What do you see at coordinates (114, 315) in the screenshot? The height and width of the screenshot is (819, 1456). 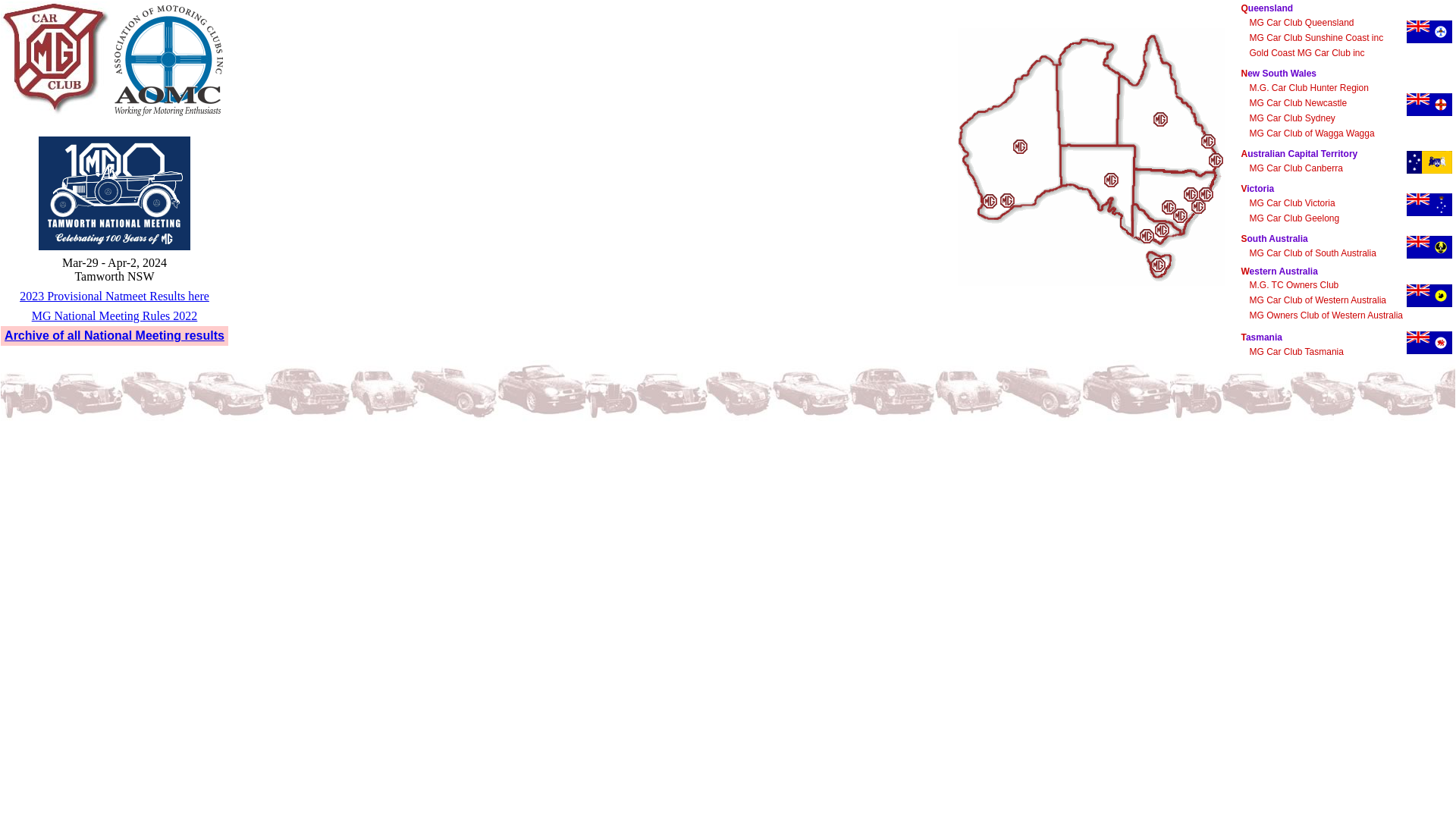 I see `'MG National Meeting Rules 2022'` at bounding box center [114, 315].